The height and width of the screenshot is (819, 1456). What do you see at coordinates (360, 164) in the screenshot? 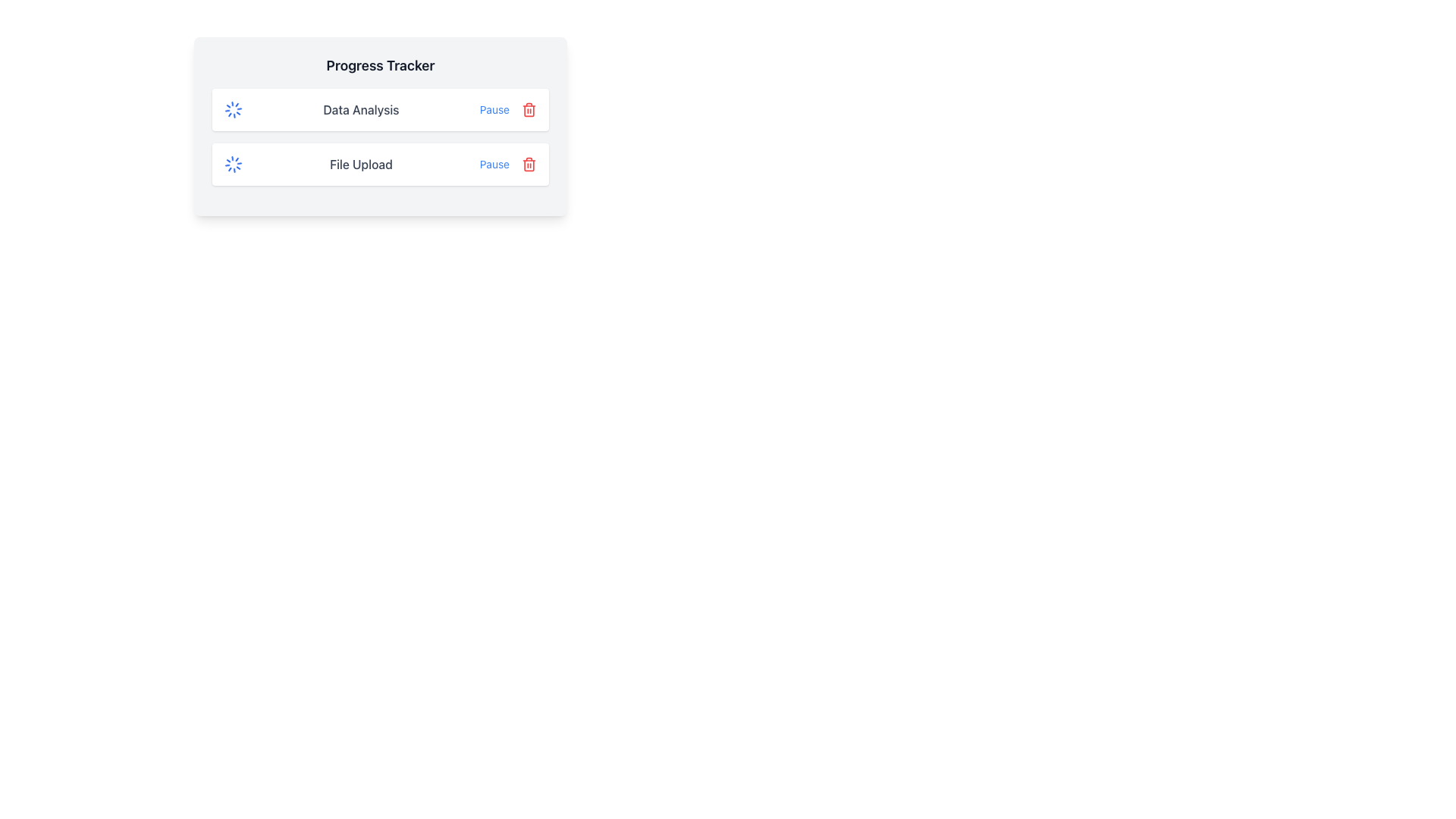
I see `the 'File Upload' text label, which is the second label under the 'Progress Tracker' card, displayed in medium gray font` at bounding box center [360, 164].